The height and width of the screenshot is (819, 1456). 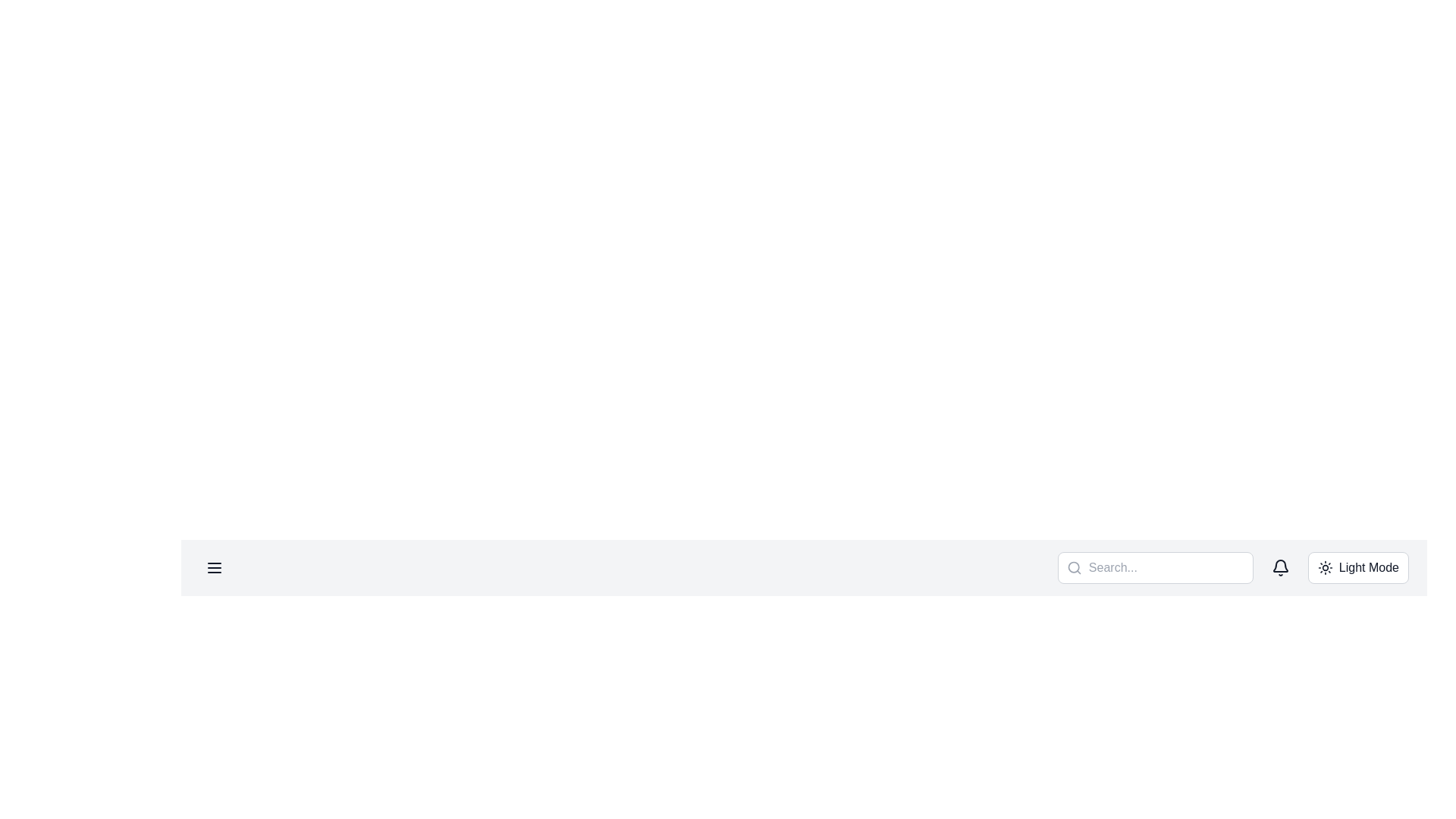 What do you see at coordinates (1073, 567) in the screenshot?
I see `the circular graphical icon element with a radius of 8 units, located in the left-middle part of the SVG icon within the search bar` at bounding box center [1073, 567].